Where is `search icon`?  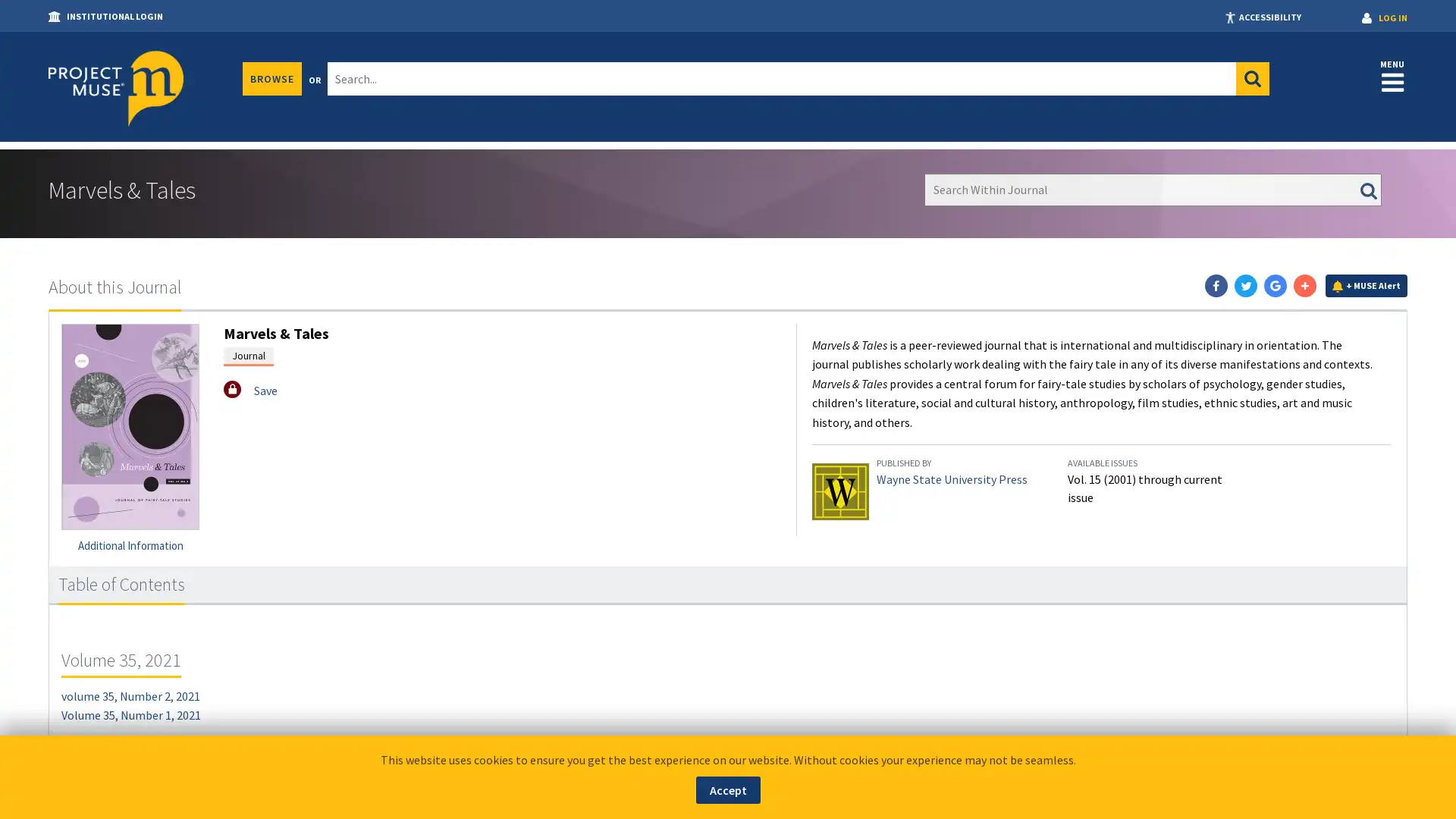 search icon is located at coordinates (1252, 79).